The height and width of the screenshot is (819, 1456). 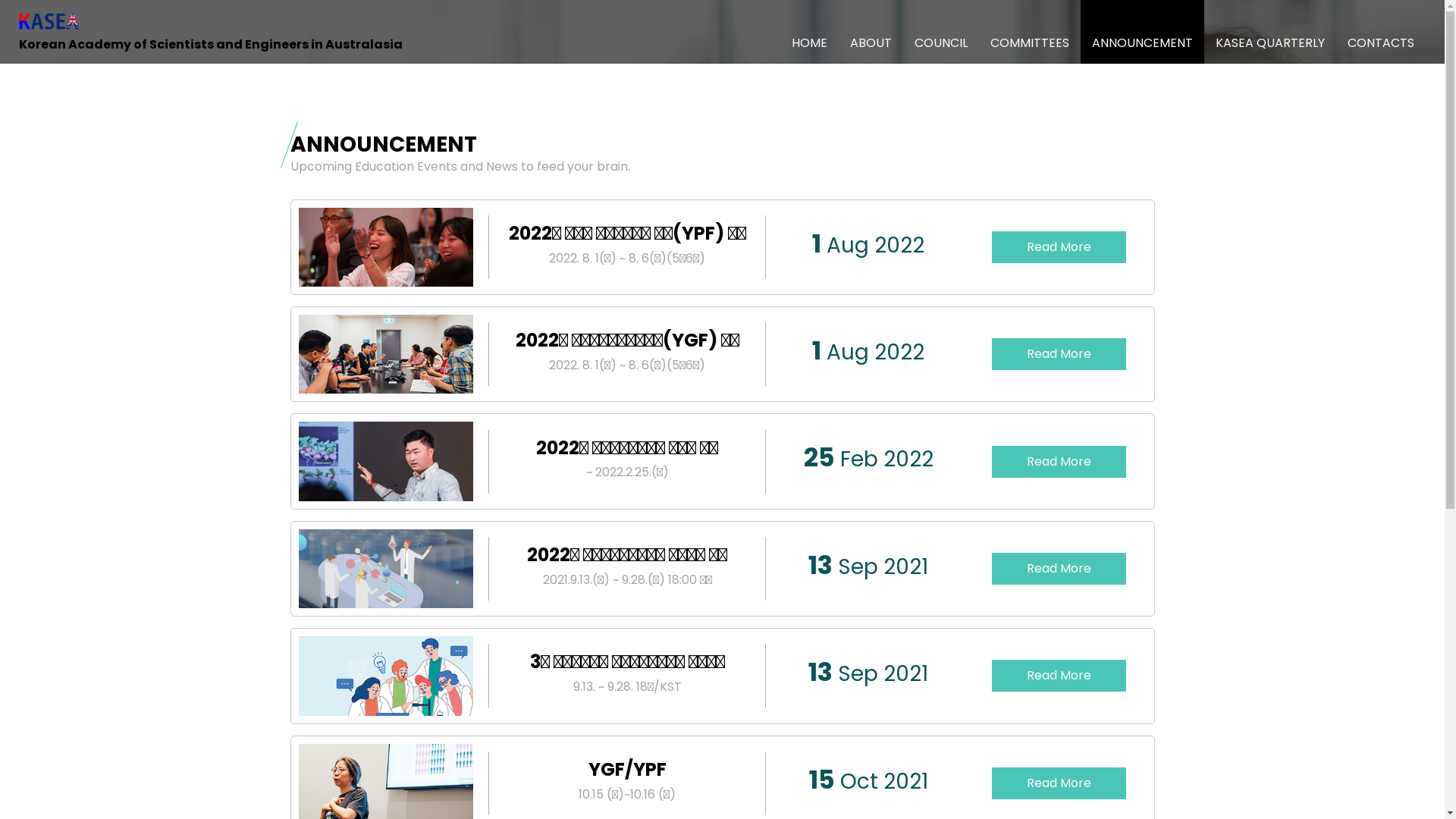 What do you see at coordinates (1058, 461) in the screenshot?
I see `'Read More'` at bounding box center [1058, 461].